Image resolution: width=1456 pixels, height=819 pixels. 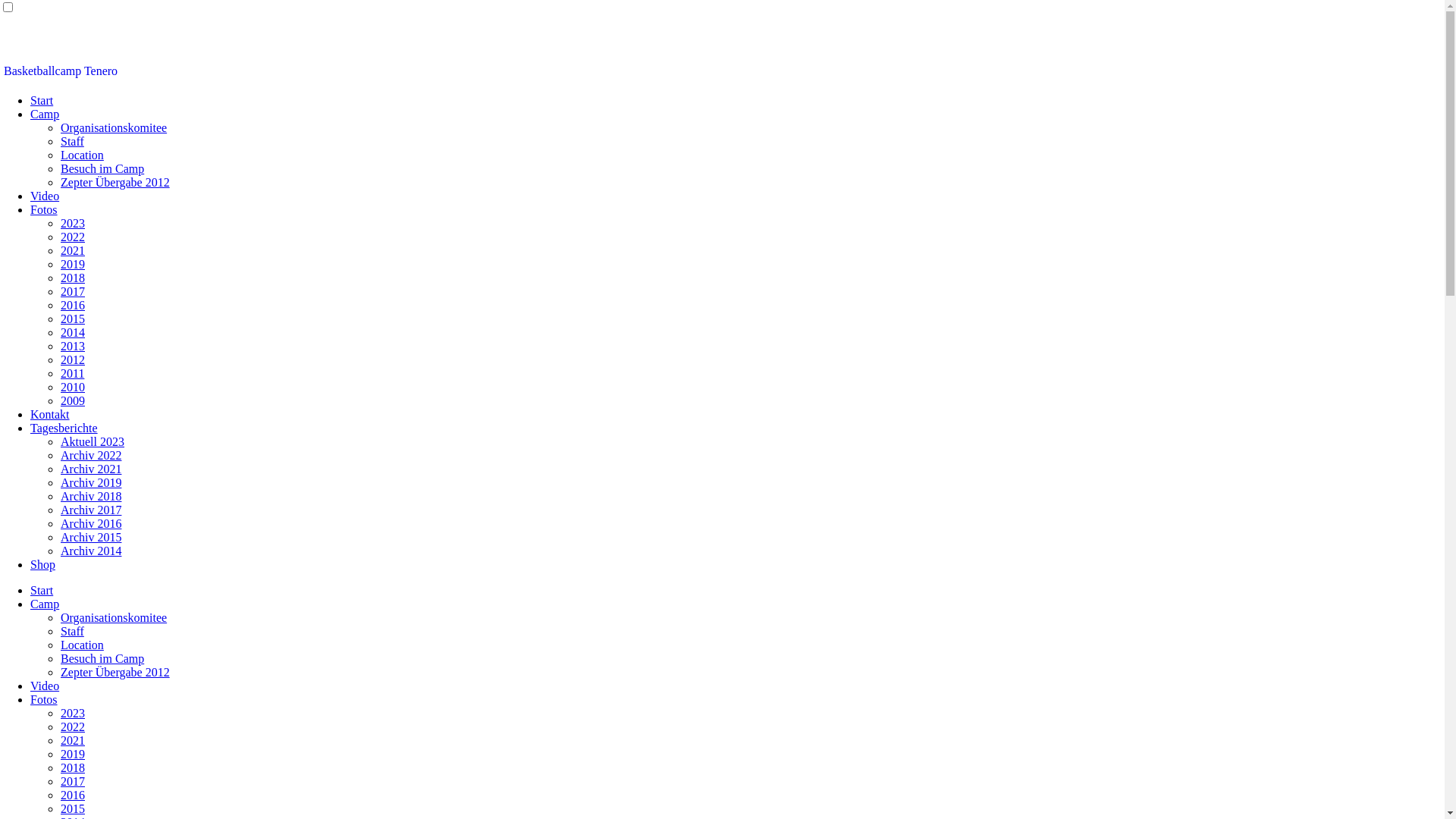 I want to click on 'Fotos', so click(x=43, y=699).